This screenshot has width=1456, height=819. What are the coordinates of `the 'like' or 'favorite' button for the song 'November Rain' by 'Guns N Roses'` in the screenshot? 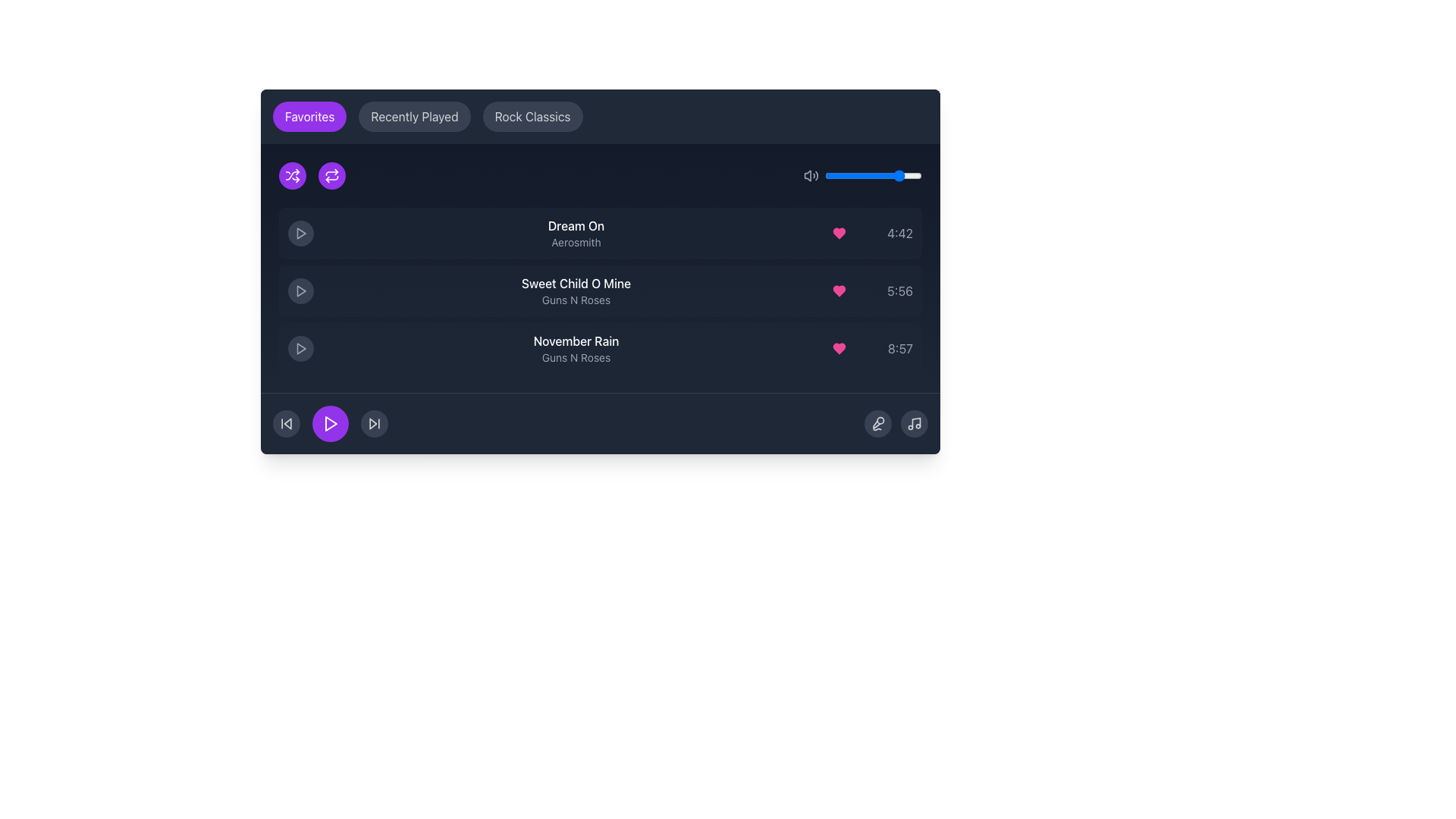 It's located at (839, 348).